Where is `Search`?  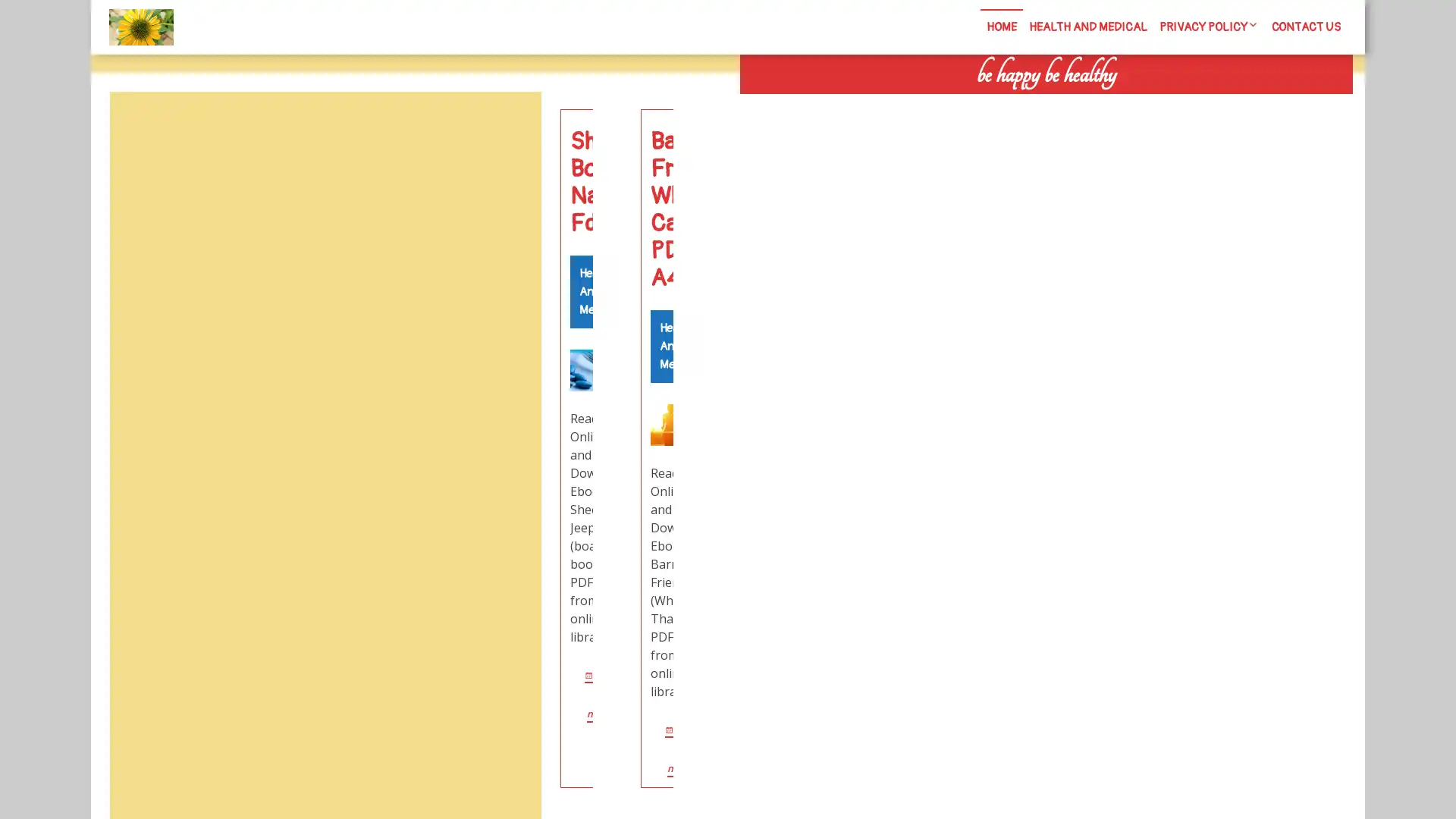 Search is located at coordinates (506, 127).